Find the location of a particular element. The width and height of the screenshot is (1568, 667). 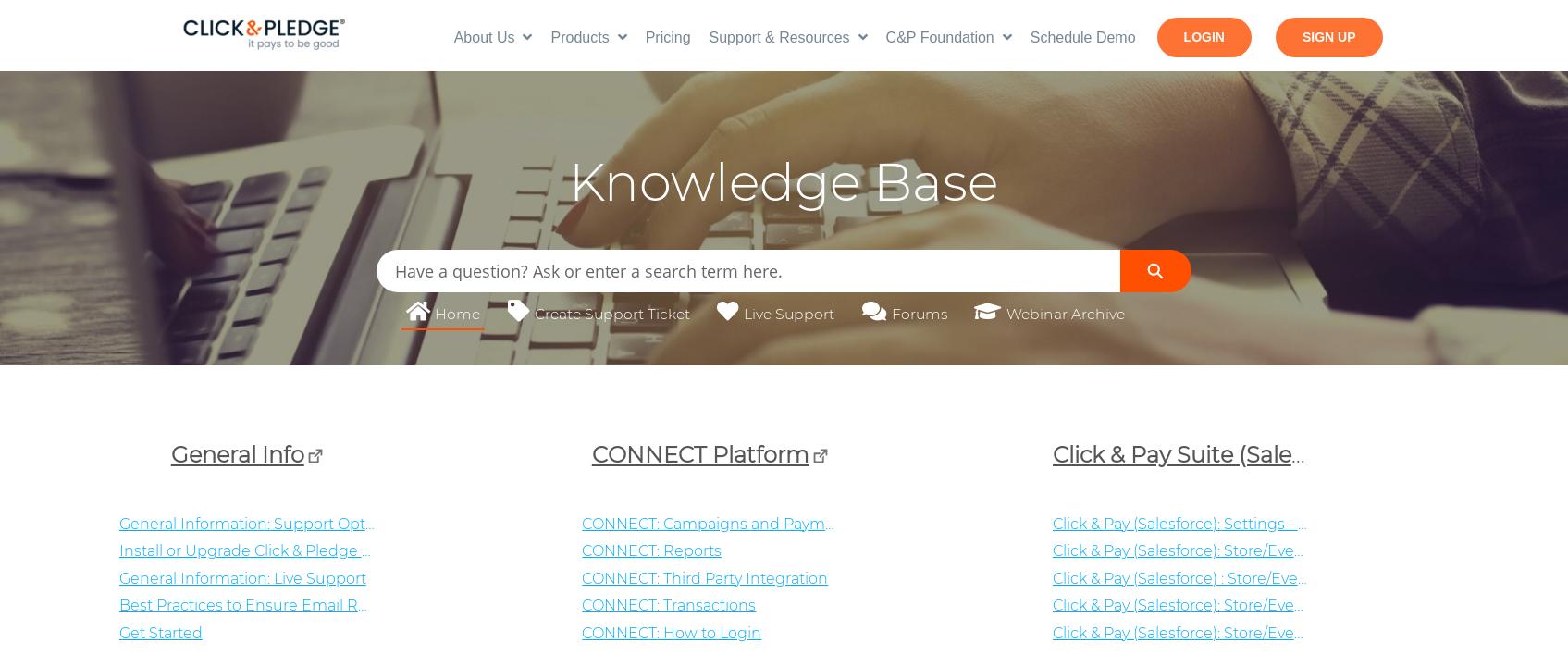

'Install or Upgrade Click & Pledge Apps in Salesforce' is located at coordinates (117, 550).